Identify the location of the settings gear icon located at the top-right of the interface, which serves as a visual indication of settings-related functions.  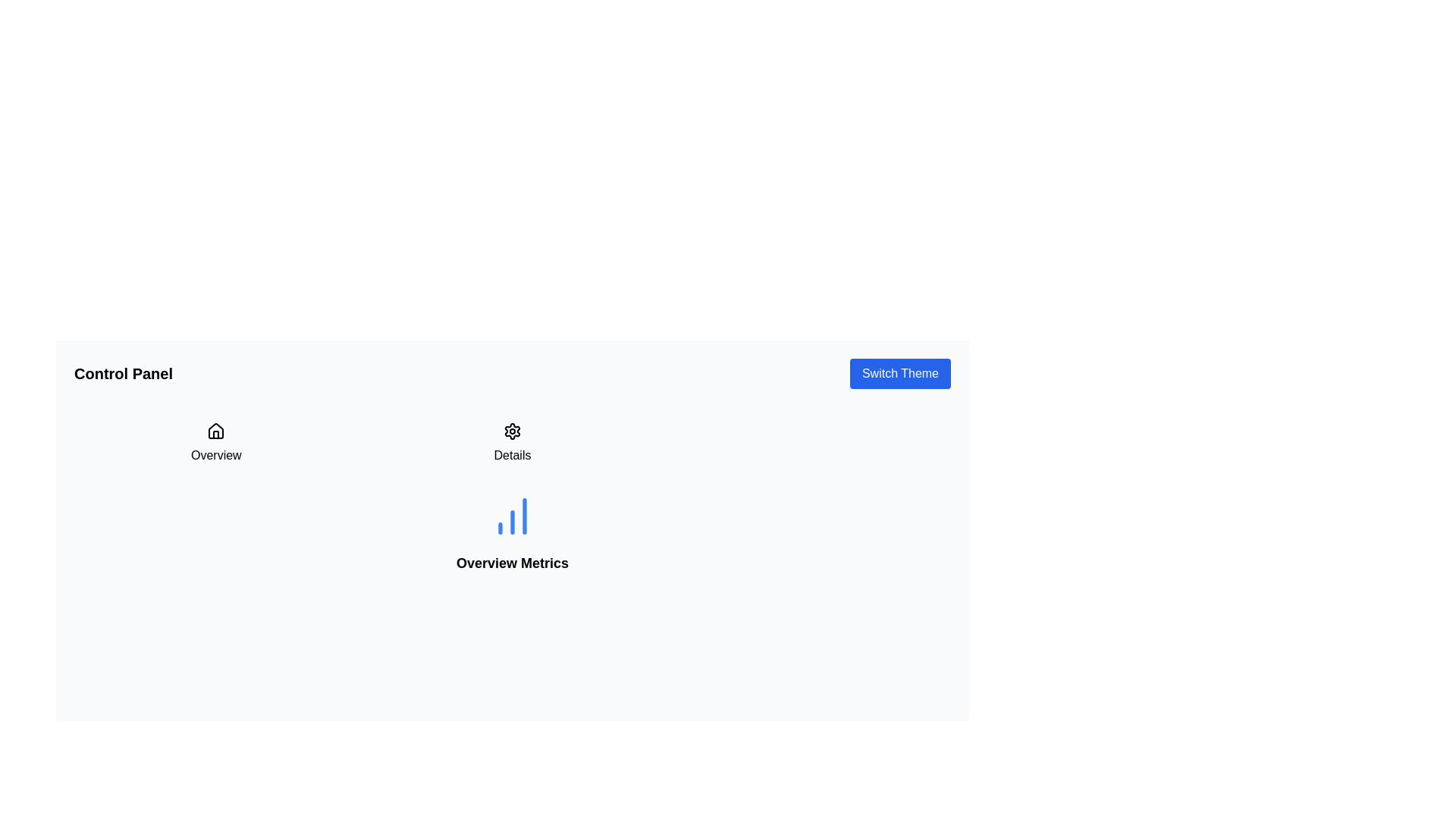
(513, 431).